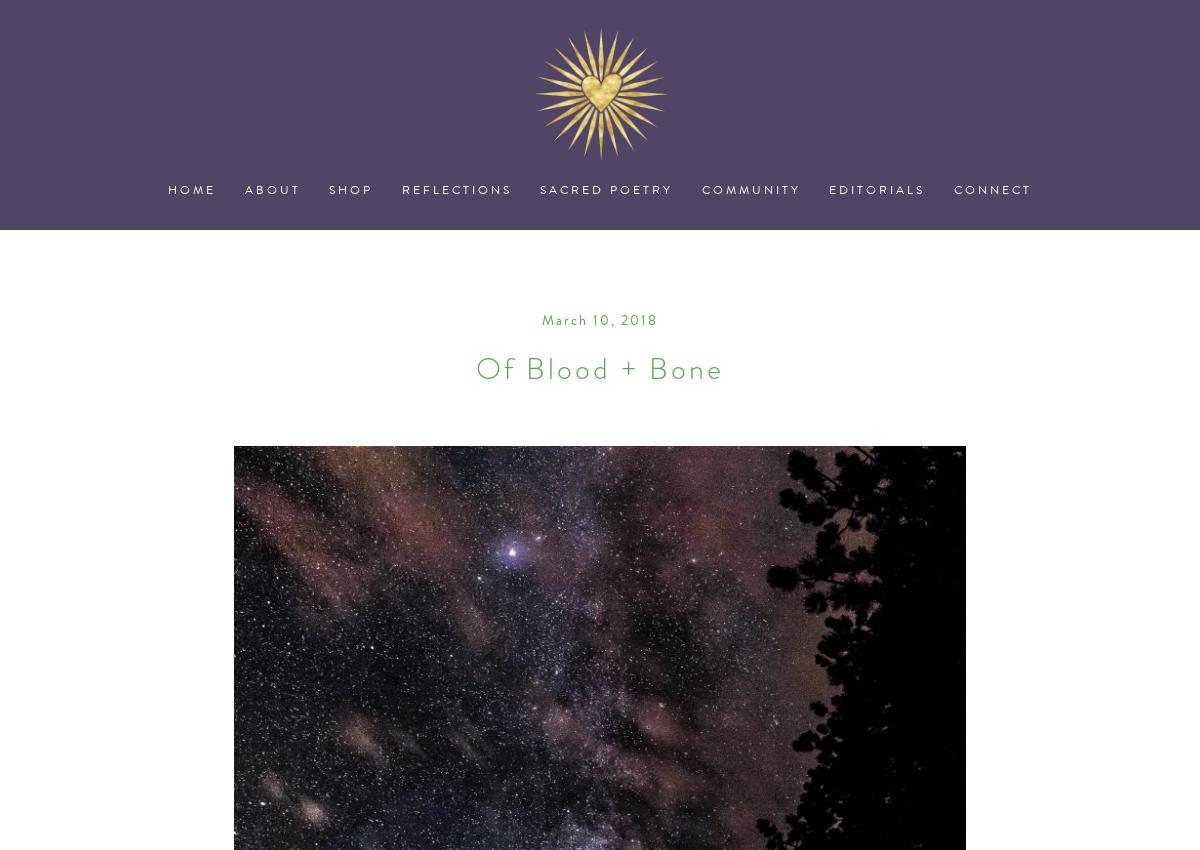 The height and width of the screenshot is (850, 1200). What do you see at coordinates (606, 188) in the screenshot?
I see `'Sacred Poetry'` at bounding box center [606, 188].